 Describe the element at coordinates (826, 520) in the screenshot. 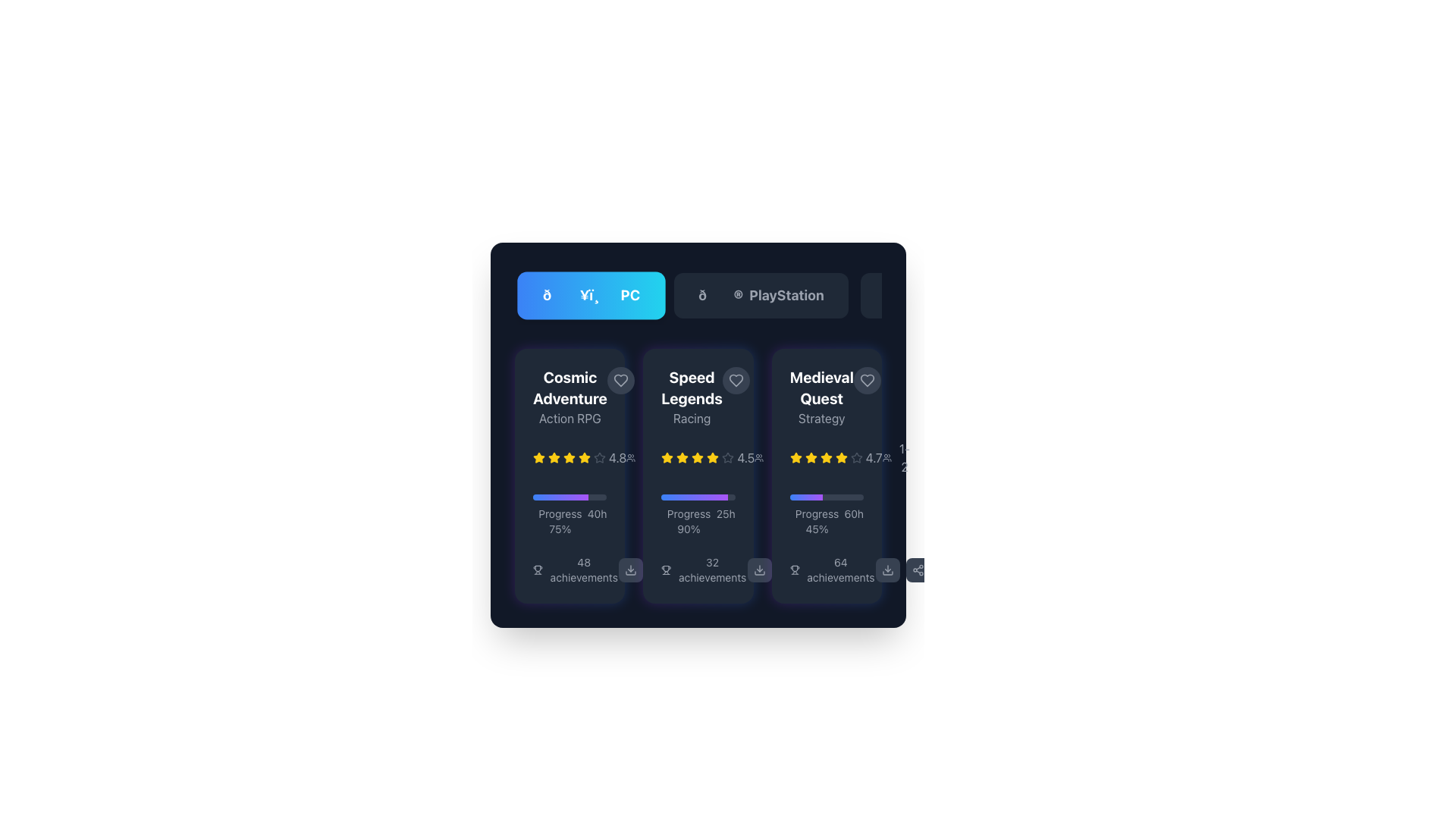

I see `the textual label displaying progress information that shows 'Progress 60h' and '45%' located in the third card of a horizontally arranged card layout` at that location.